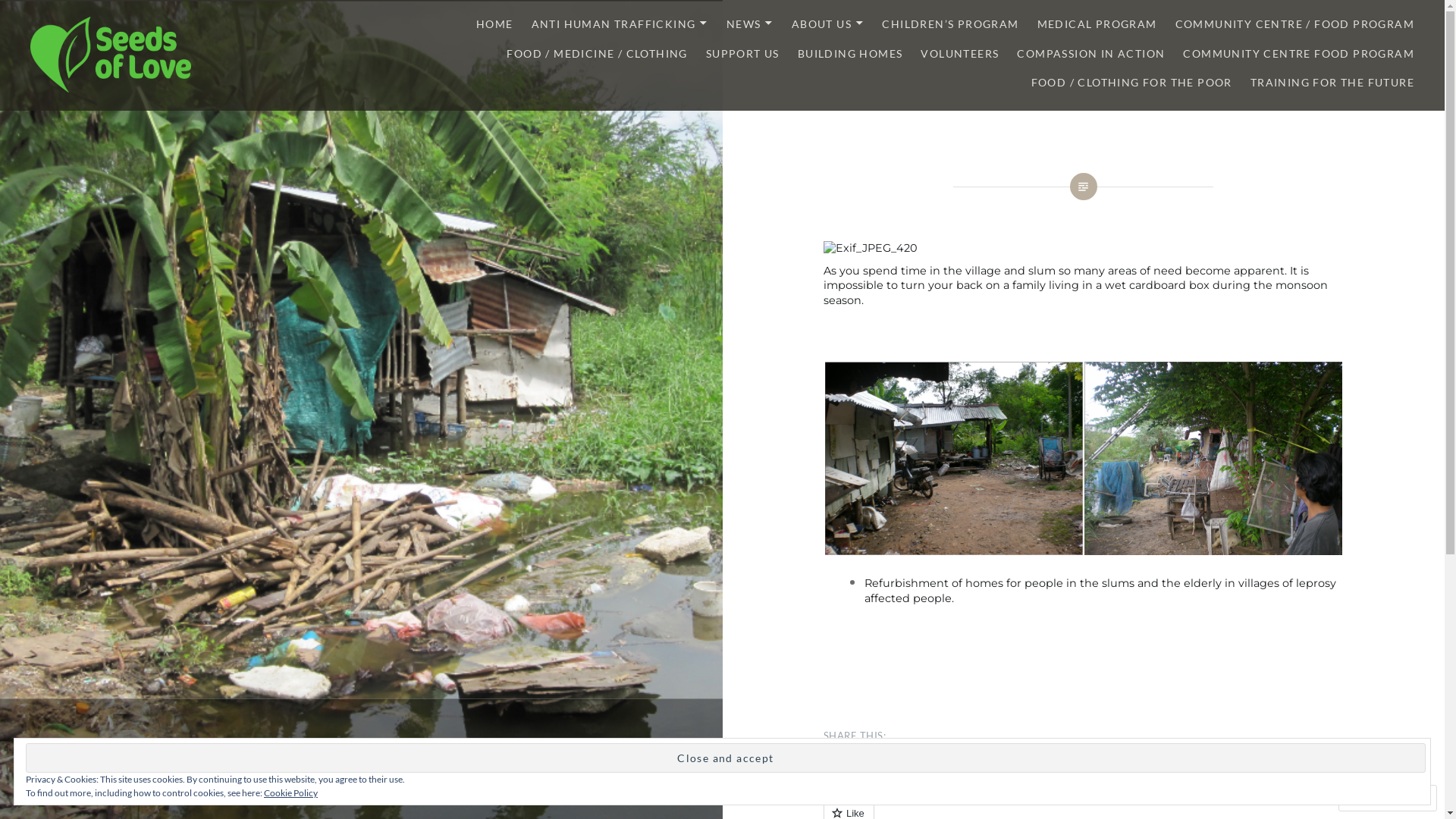  I want to click on 'COMPASSION IN ACTION', so click(1090, 53).